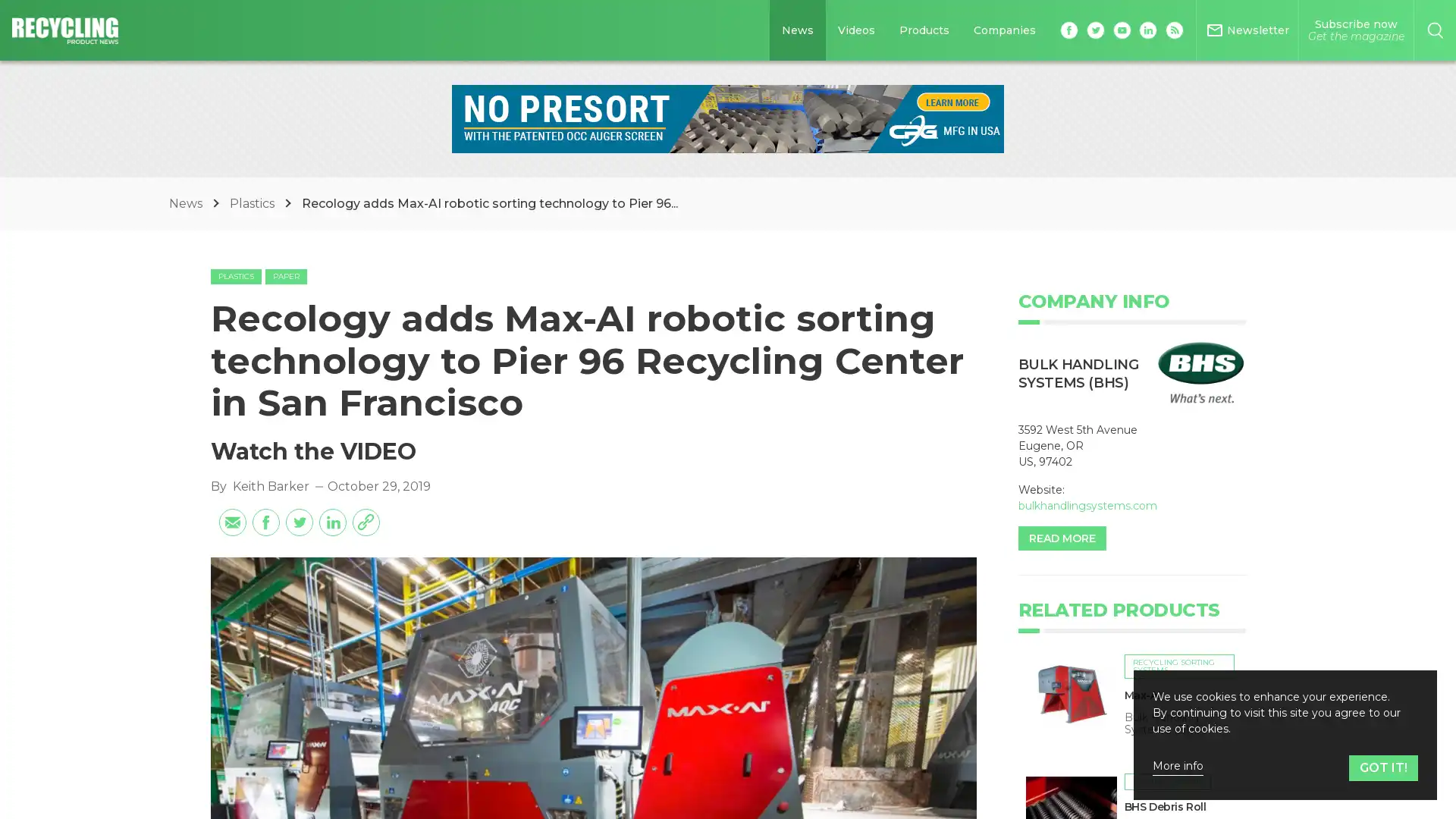 This screenshot has width=1456, height=819. Describe the element at coordinates (1383, 767) in the screenshot. I see `GOT IT!` at that location.